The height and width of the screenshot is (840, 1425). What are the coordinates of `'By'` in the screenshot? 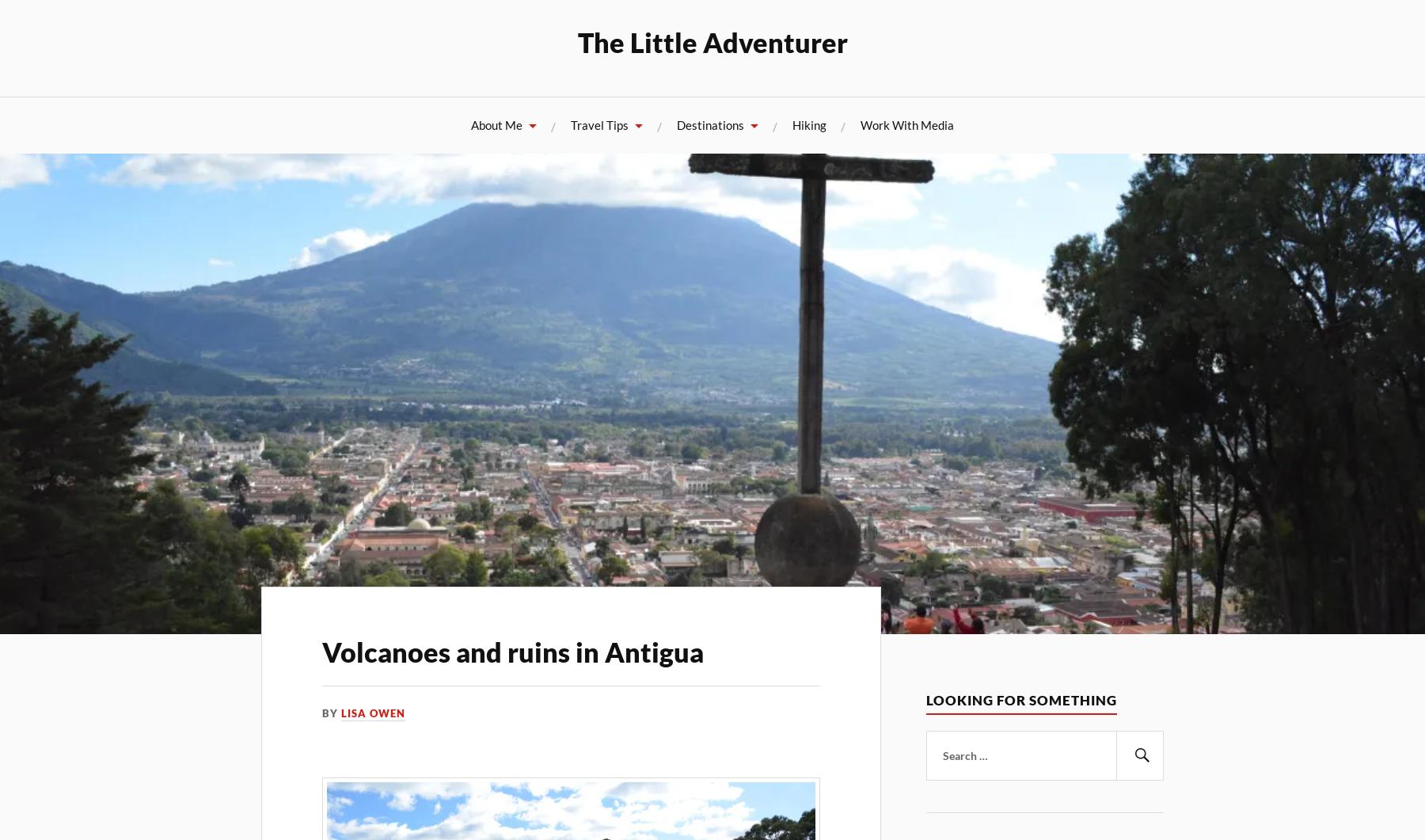 It's located at (332, 713).